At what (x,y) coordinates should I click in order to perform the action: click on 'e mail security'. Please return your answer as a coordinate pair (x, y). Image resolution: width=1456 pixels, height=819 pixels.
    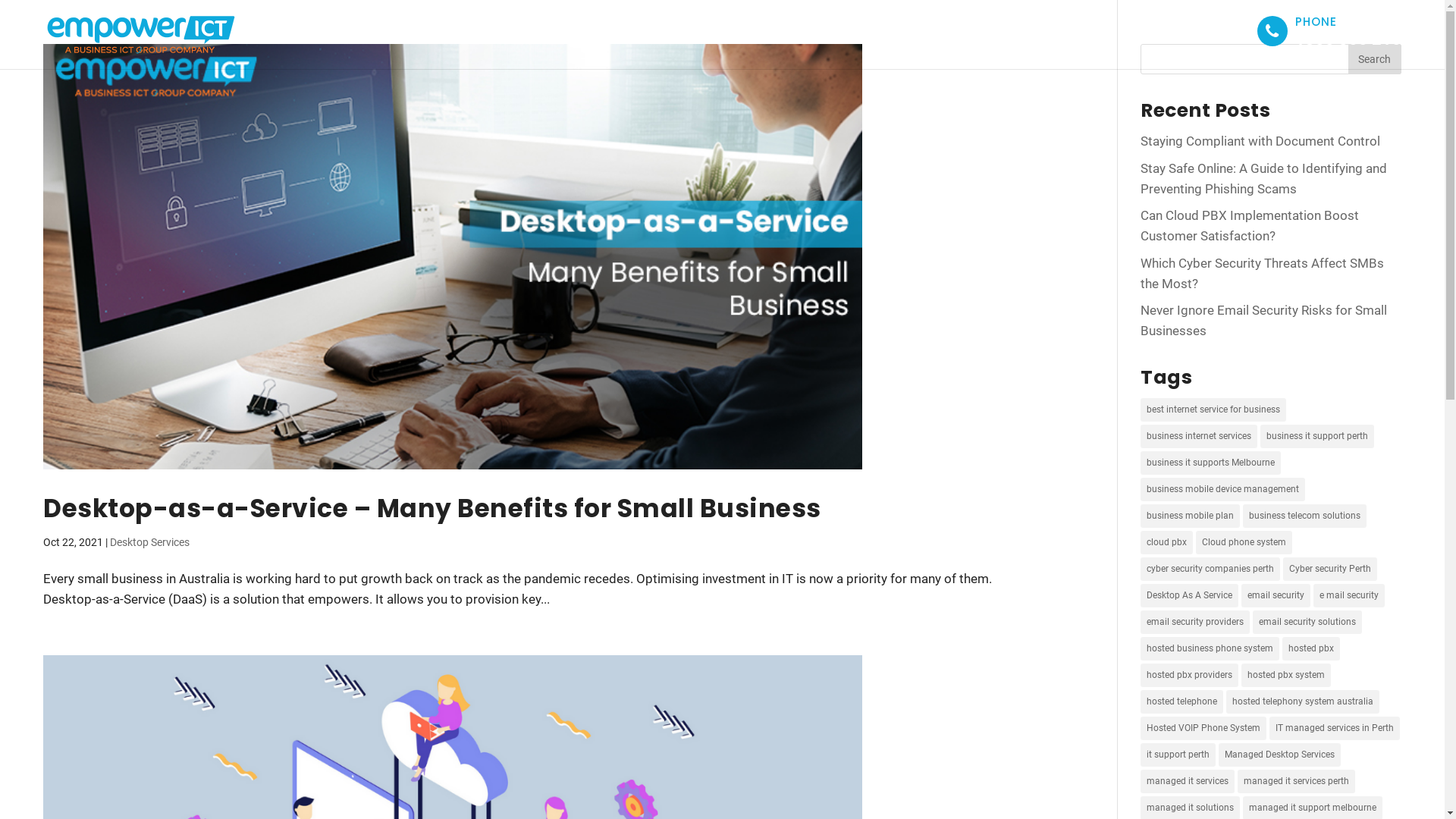
    Looking at the image, I should click on (1349, 595).